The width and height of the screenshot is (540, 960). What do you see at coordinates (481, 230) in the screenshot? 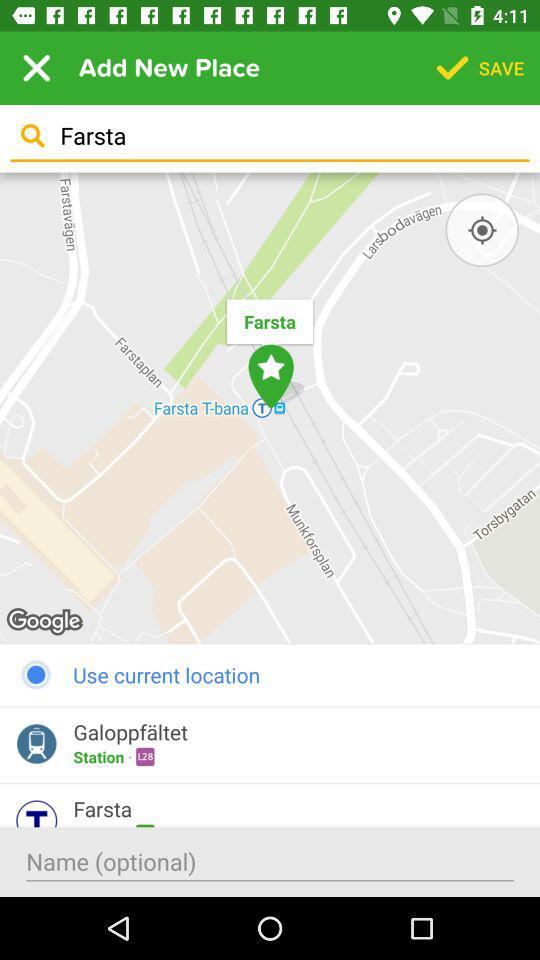
I see `item above the use current location icon` at bounding box center [481, 230].